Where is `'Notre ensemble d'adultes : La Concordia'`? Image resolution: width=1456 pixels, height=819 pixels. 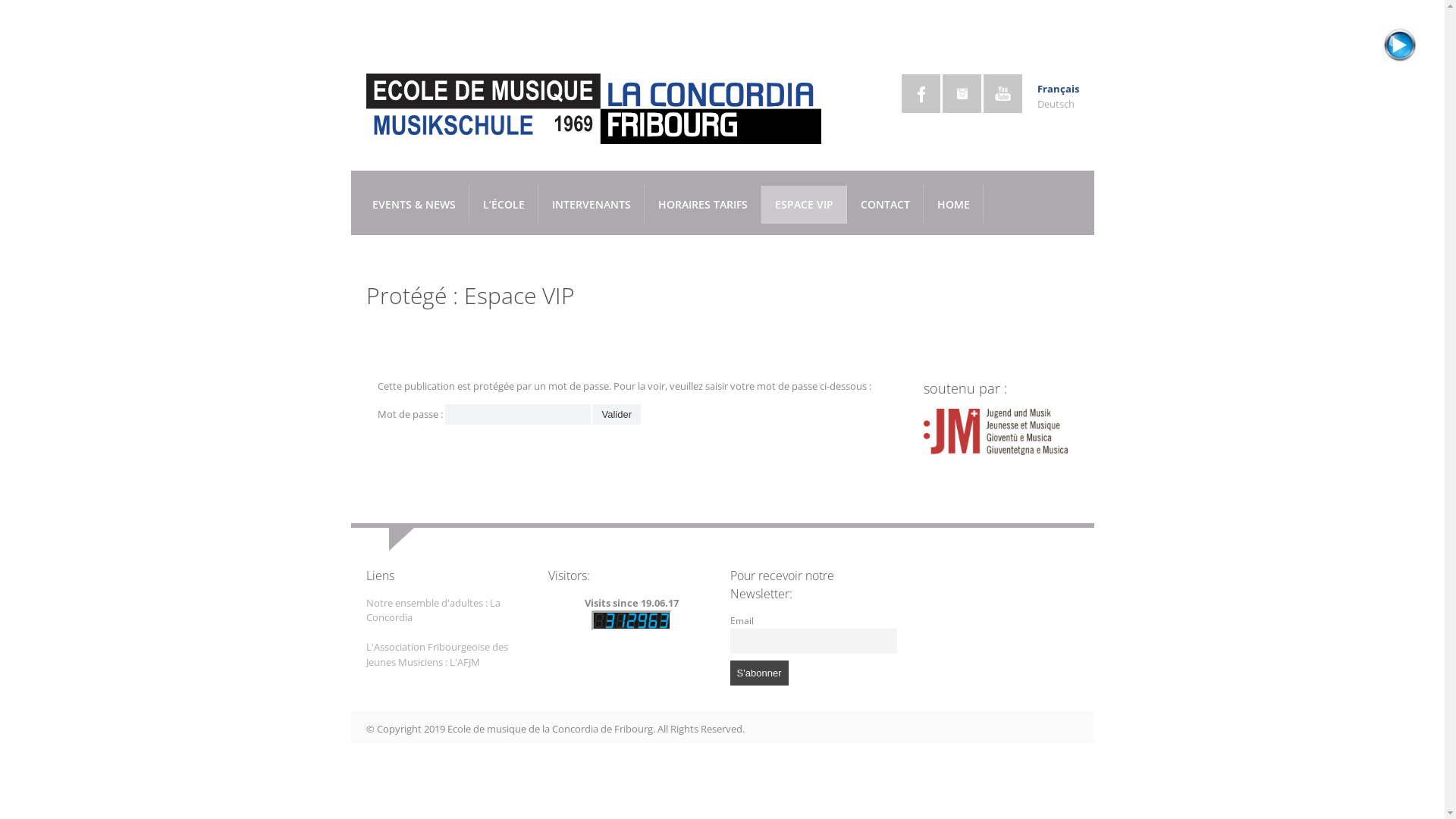 'Notre ensemble d'adultes : La Concordia' is located at coordinates (431, 610).